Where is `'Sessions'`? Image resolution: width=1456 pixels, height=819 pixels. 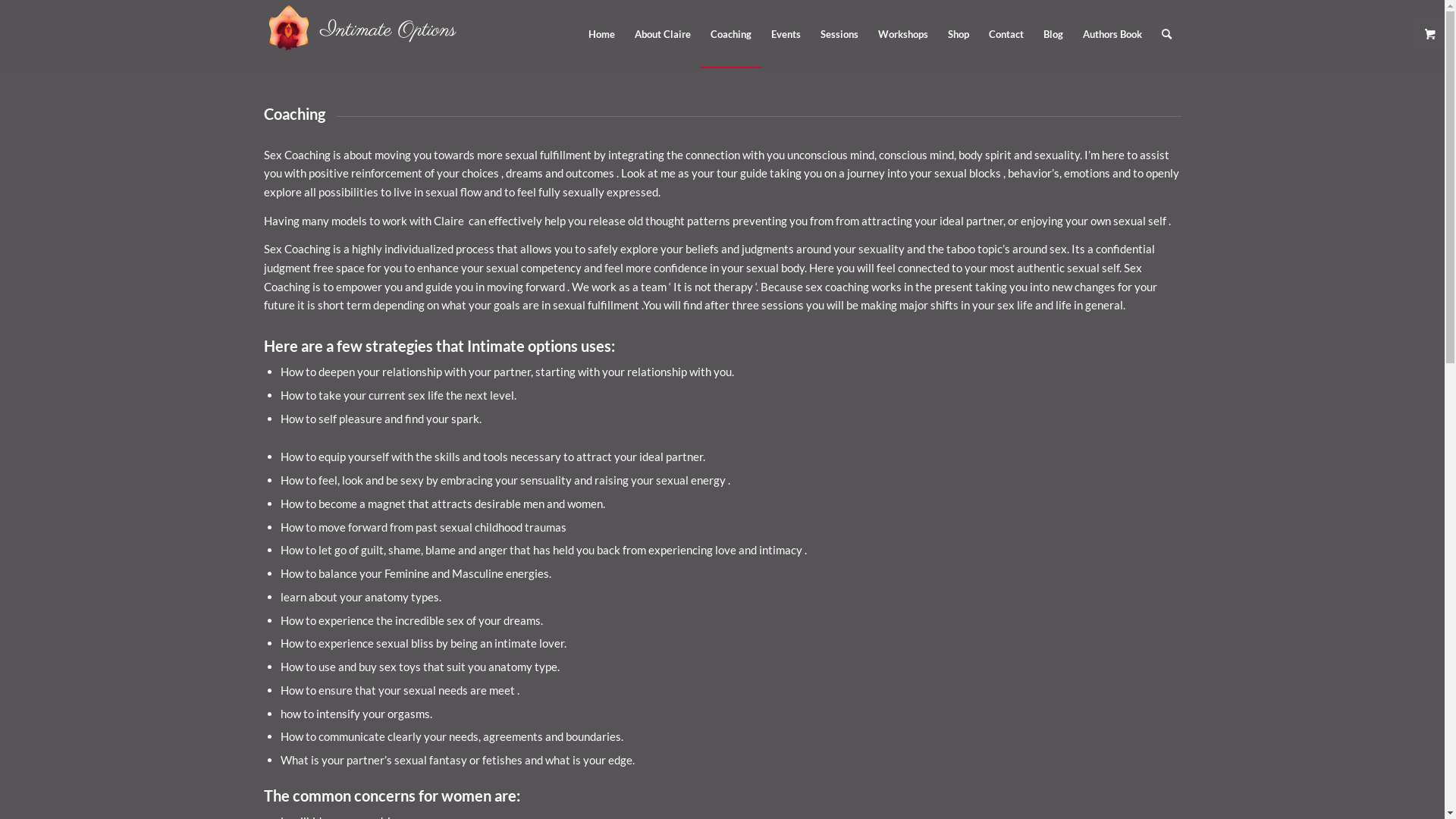
'Sessions' is located at coordinates (837, 34).